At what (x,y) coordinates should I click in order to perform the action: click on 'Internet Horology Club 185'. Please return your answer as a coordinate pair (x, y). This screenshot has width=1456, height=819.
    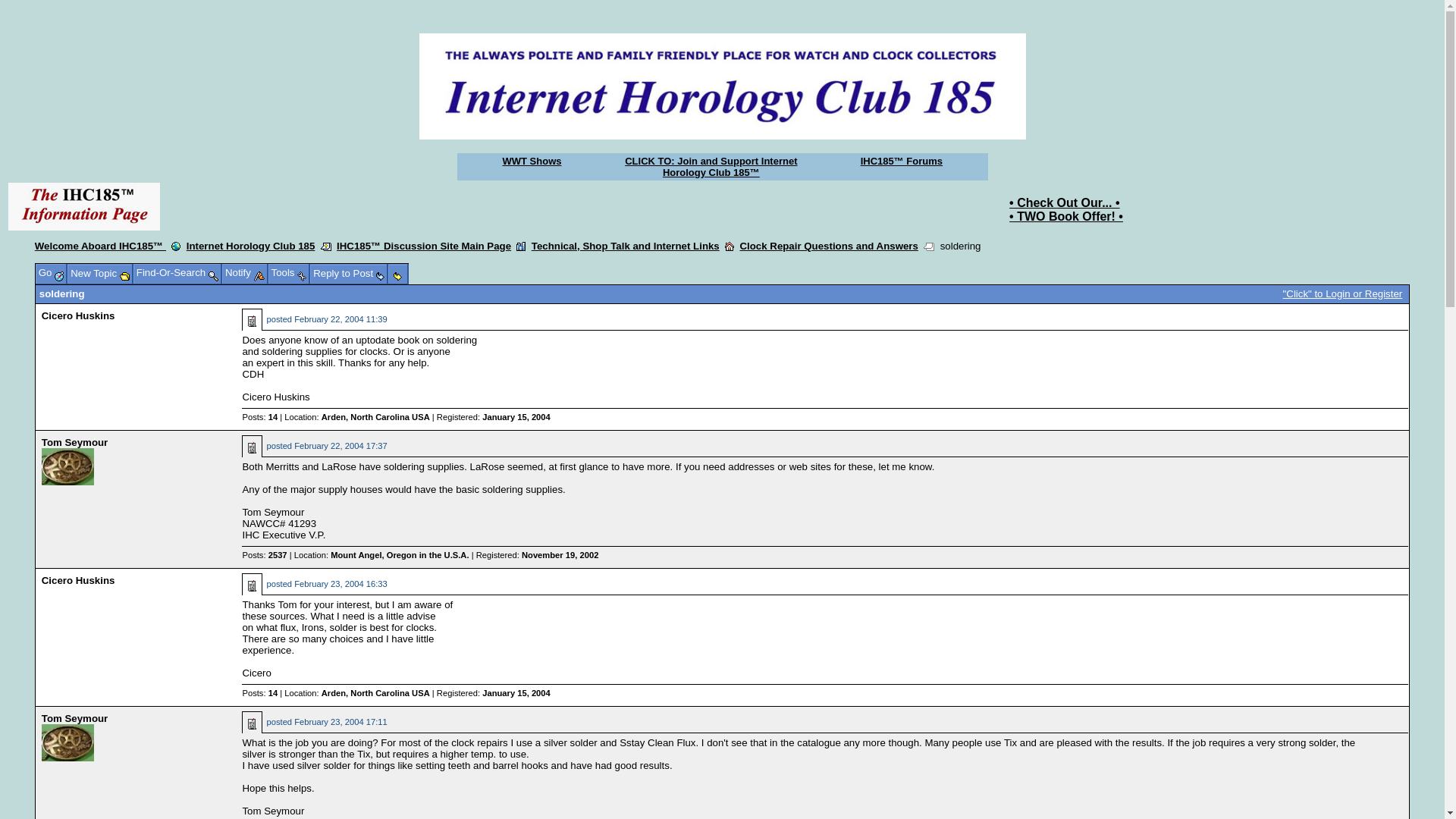
    Looking at the image, I should click on (251, 245).